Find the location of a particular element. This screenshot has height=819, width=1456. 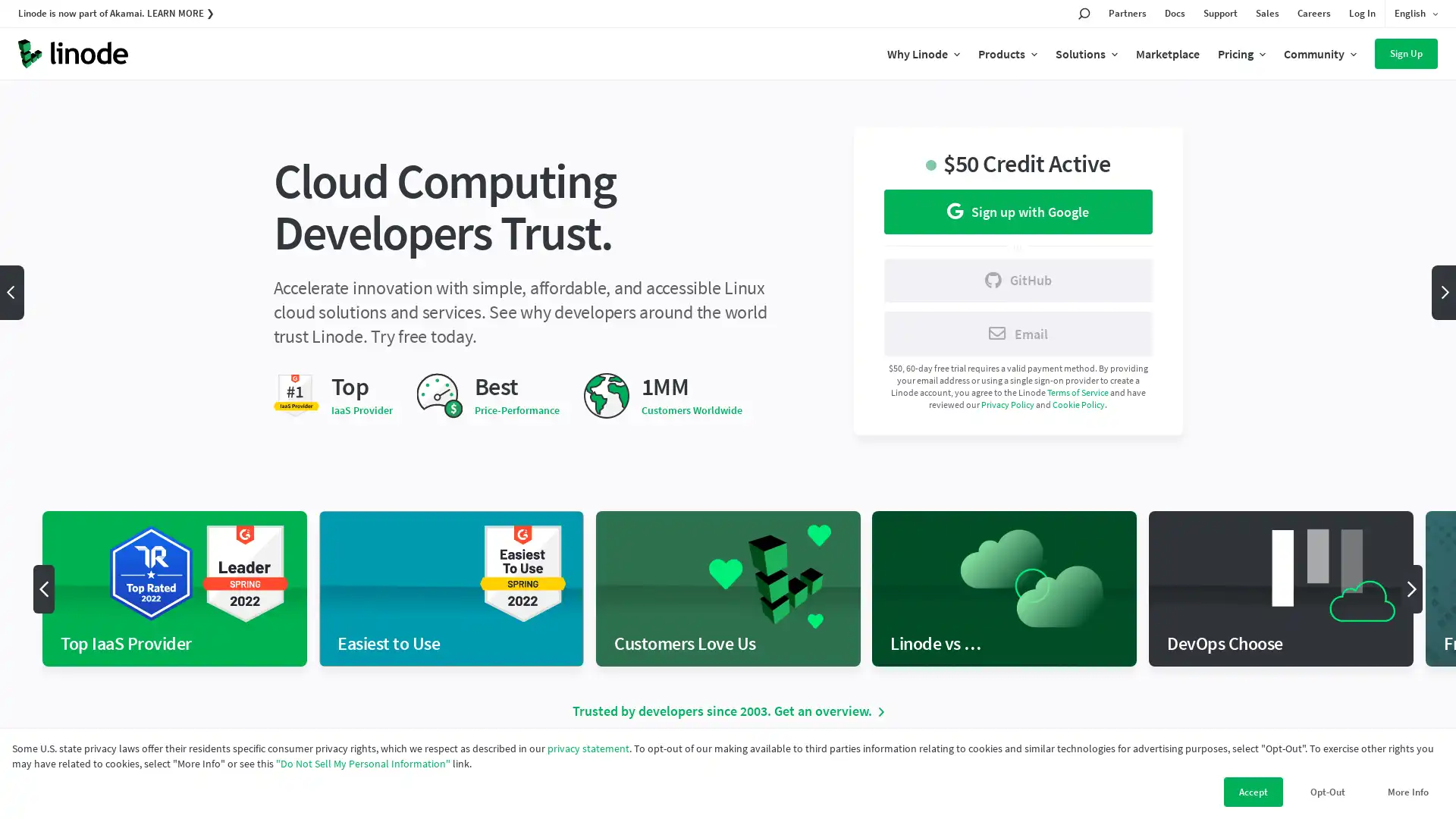

Accept is located at coordinates (1253, 791).